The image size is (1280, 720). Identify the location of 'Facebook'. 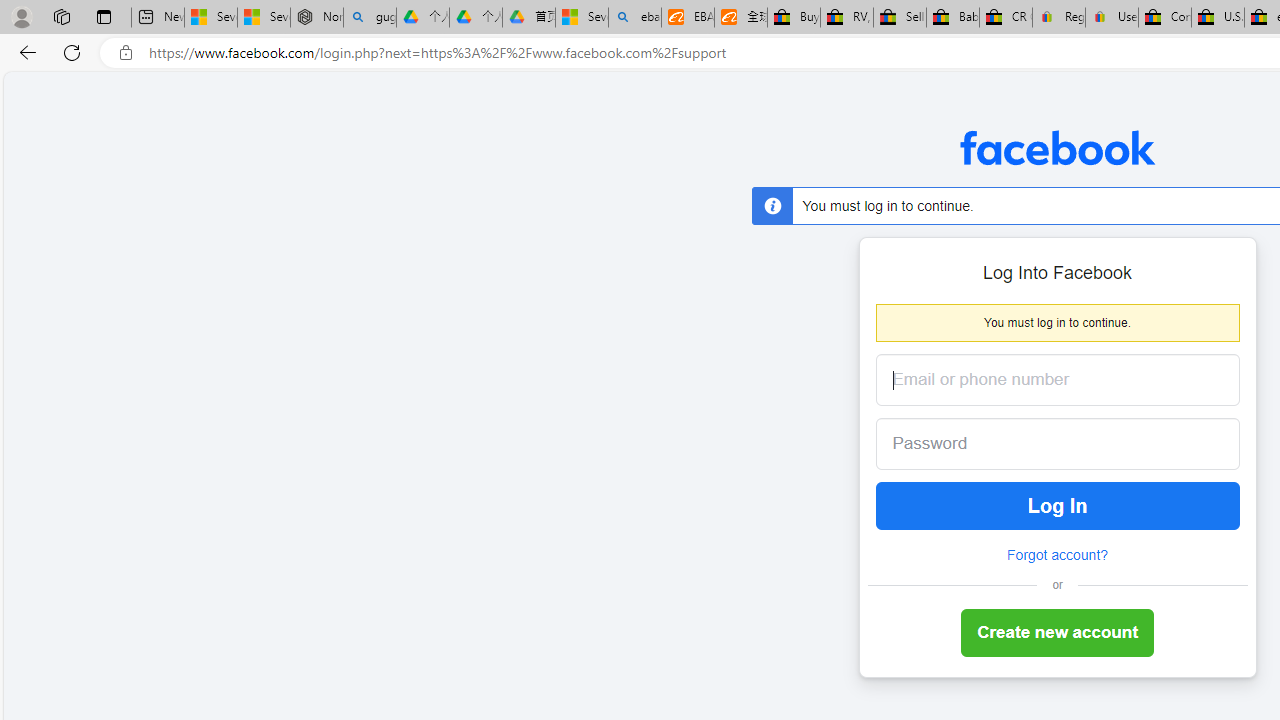
(1056, 146).